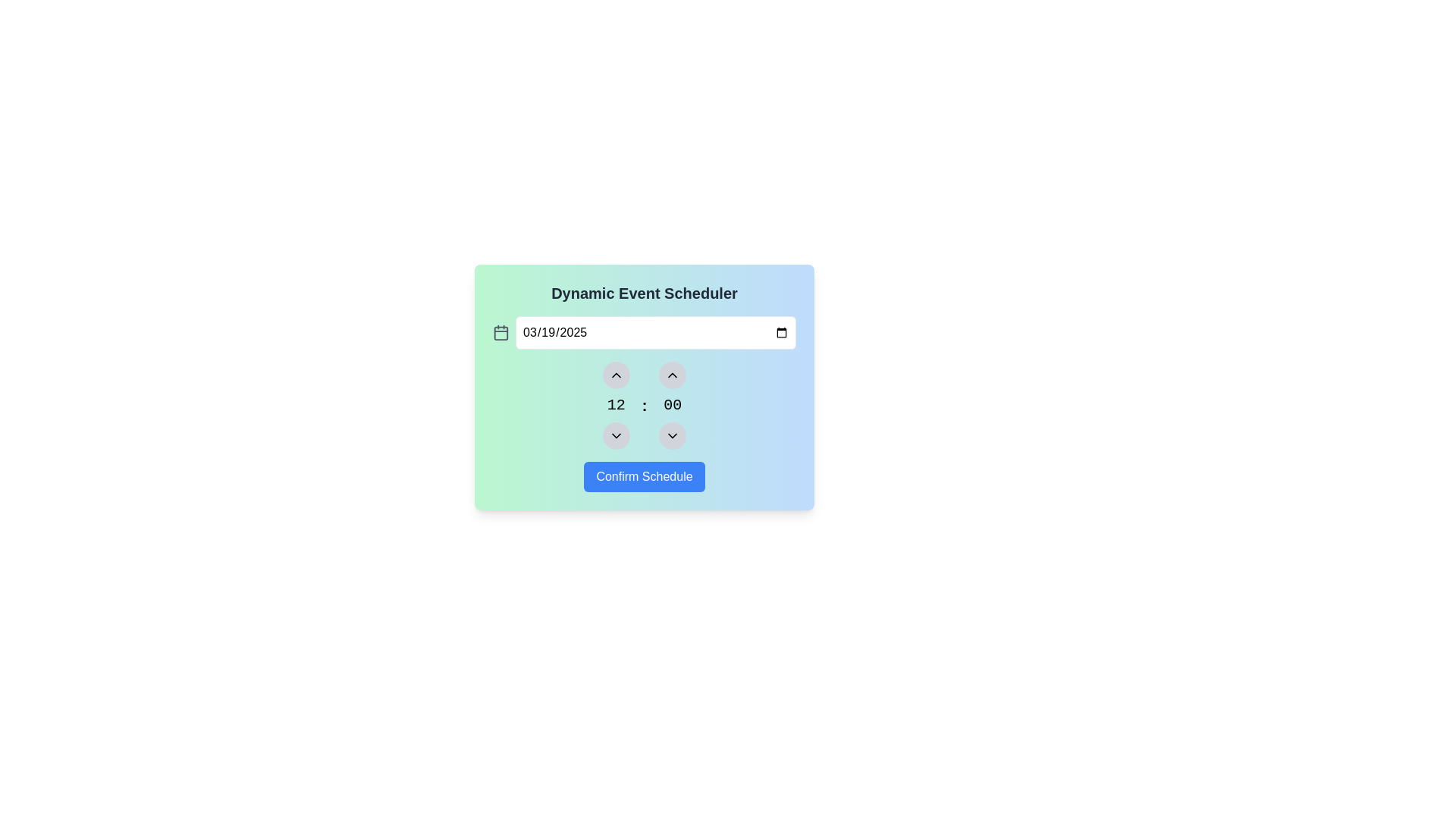 The width and height of the screenshot is (1456, 819). Describe the element at coordinates (672, 435) in the screenshot. I see `the downward-pointing chevron icon` at that location.